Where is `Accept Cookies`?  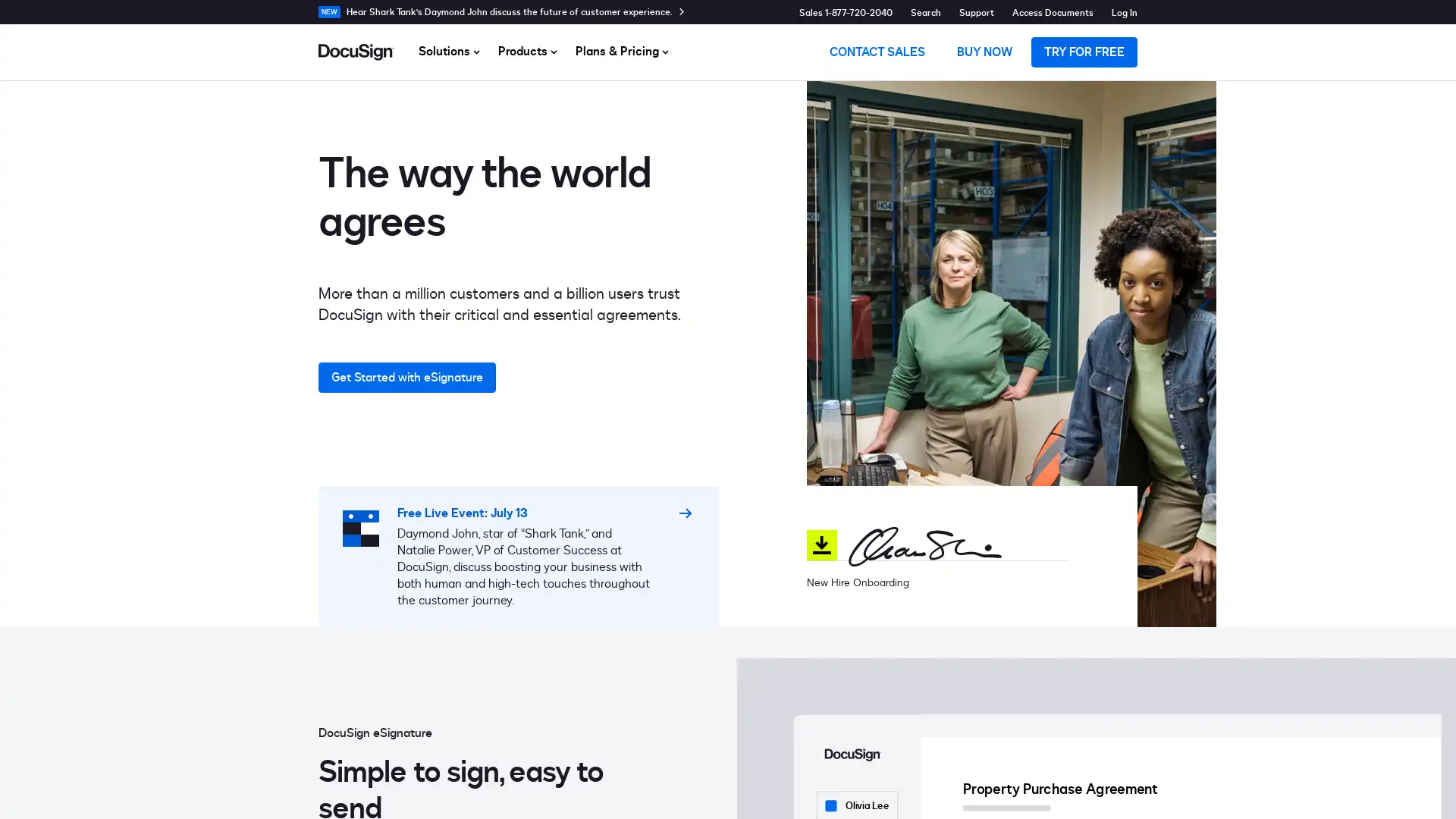
Accept Cookies is located at coordinates (1356, 785).